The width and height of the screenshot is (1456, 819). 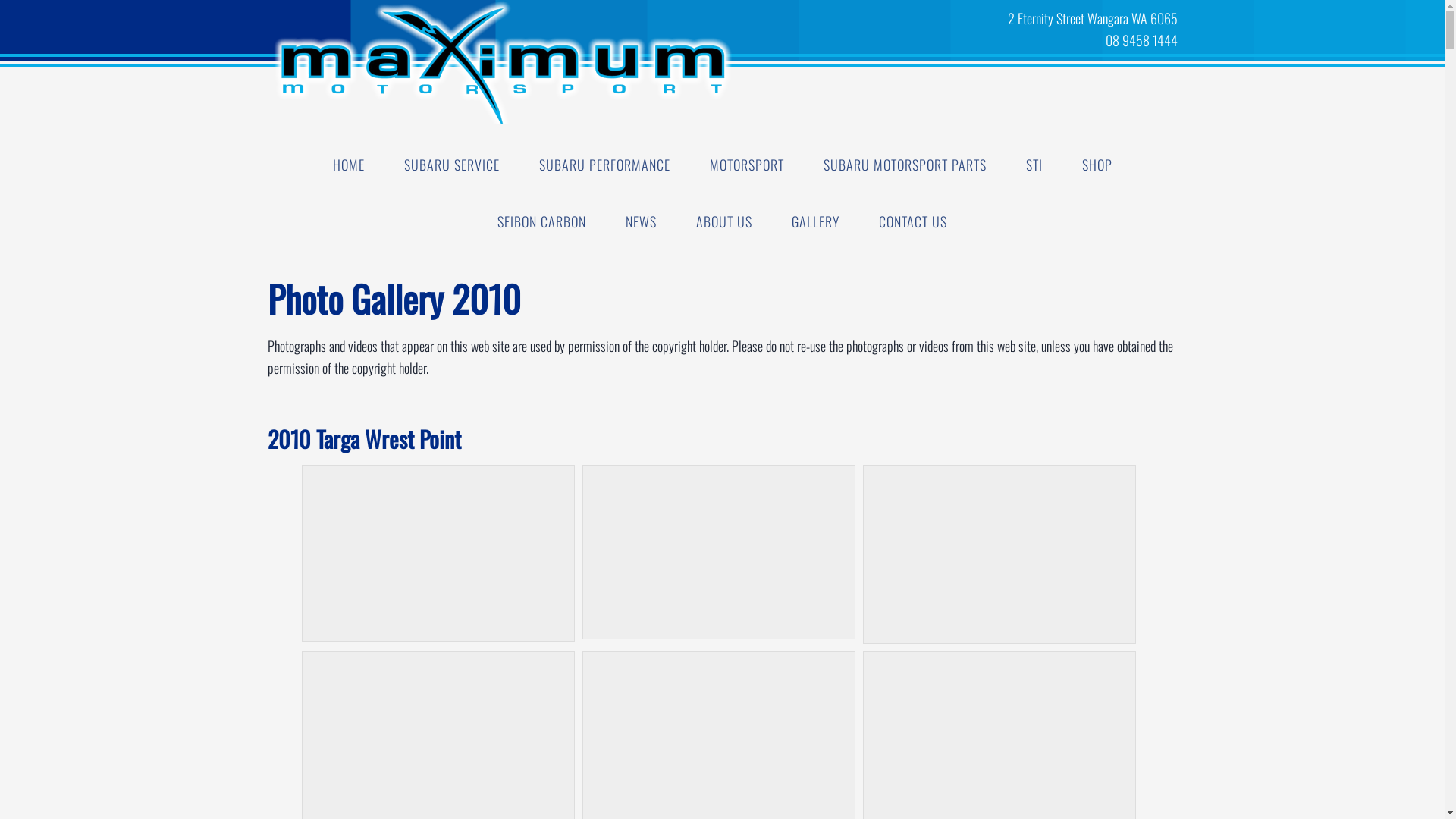 What do you see at coordinates (603, 165) in the screenshot?
I see `'SUBARU PERFORMANCE'` at bounding box center [603, 165].